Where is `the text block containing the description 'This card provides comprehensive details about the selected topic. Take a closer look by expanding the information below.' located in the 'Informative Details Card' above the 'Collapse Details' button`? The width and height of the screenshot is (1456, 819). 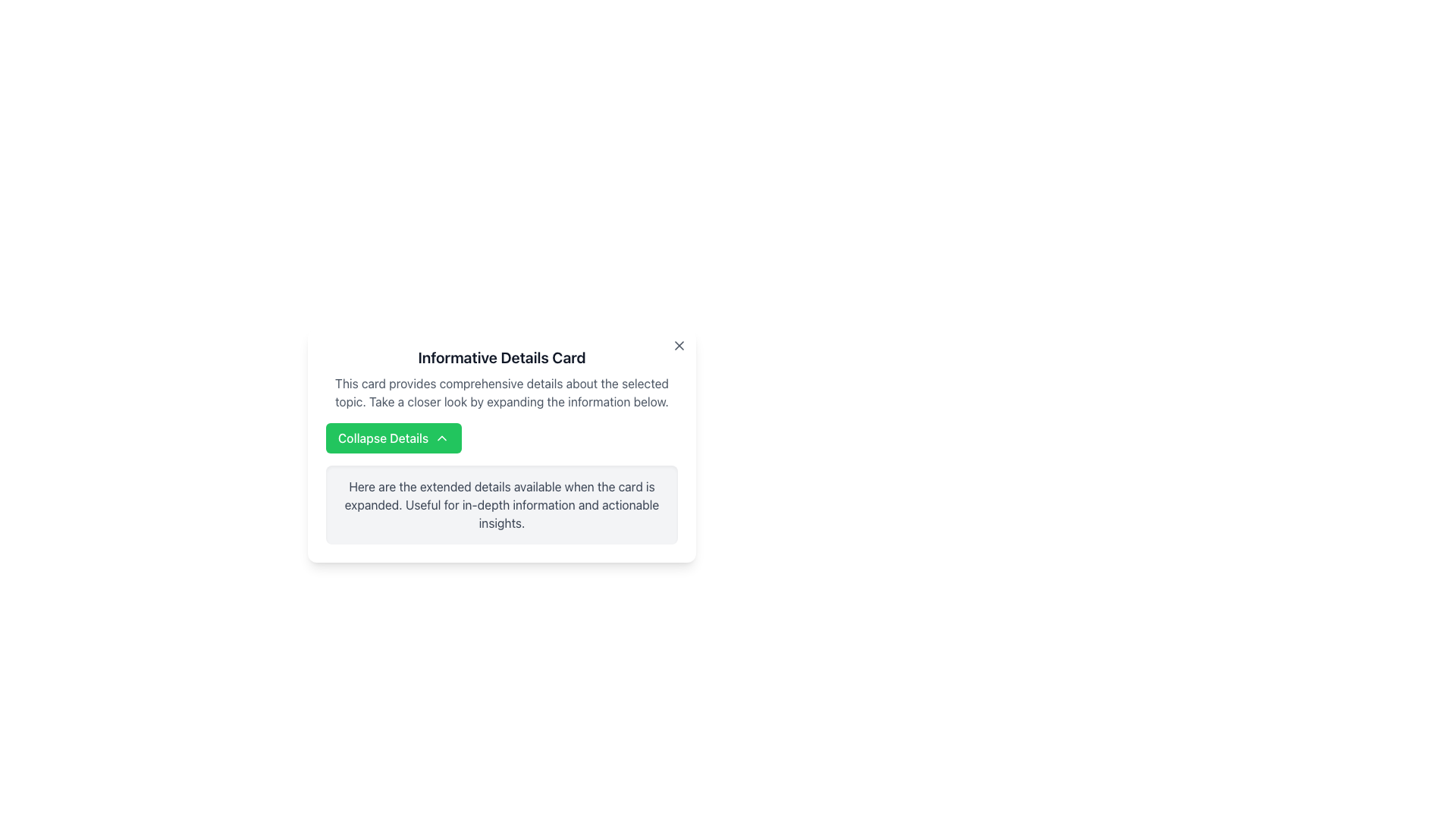
the text block containing the description 'This card provides comprehensive details about the selected topic. Take a closer look by expanding the information below.' located in the 'Informative Details Card' above the 'Collapse Details' button is located at coordinates (502, 391).